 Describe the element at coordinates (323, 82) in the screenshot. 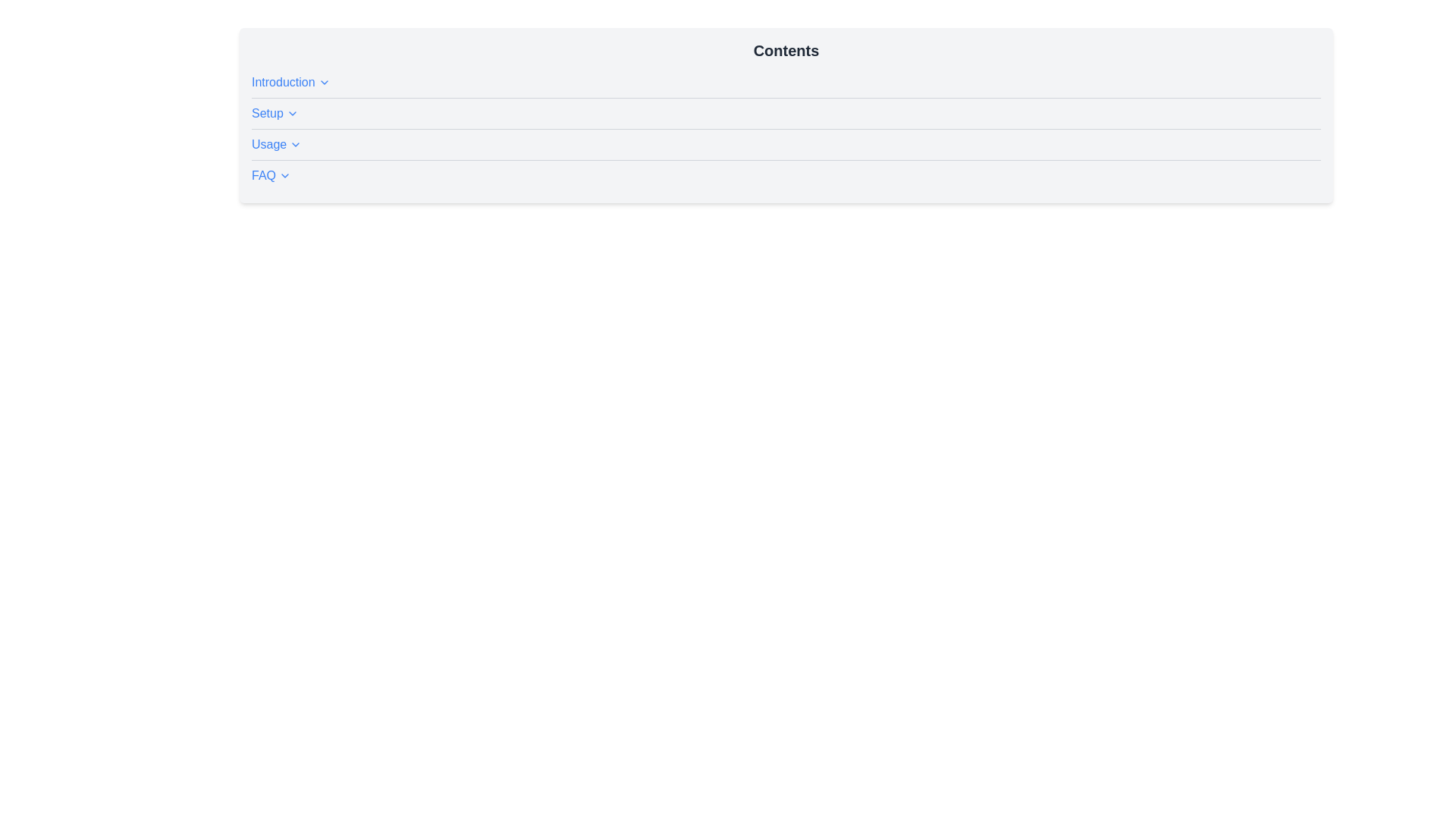

I see `the downward-pointing chevron icon located to the right of the 'Introduction' link` at that location.